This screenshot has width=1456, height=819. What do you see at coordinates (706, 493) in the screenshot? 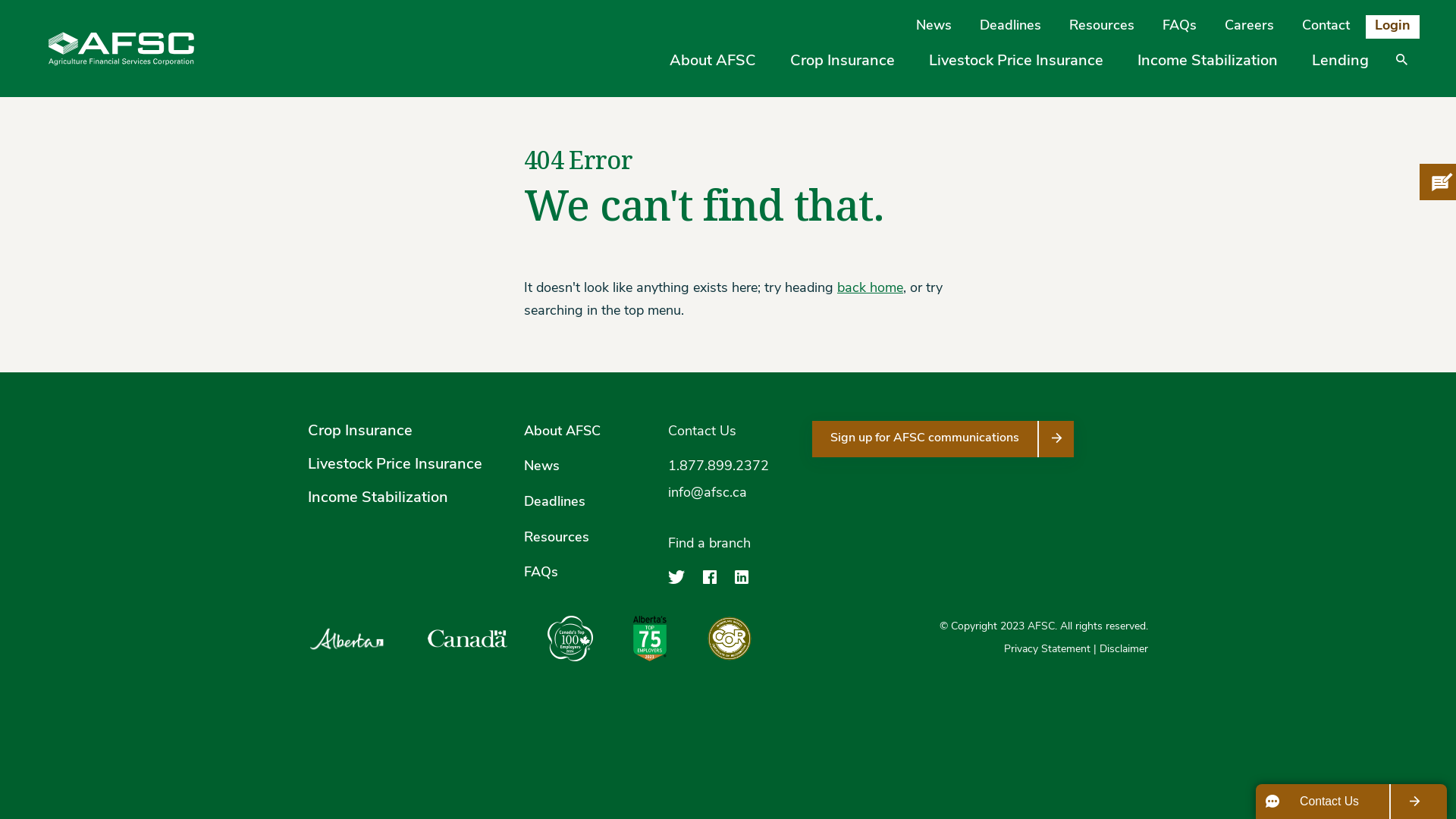
I see `'info@afsc.ca'` at bounding box center [706, 493].